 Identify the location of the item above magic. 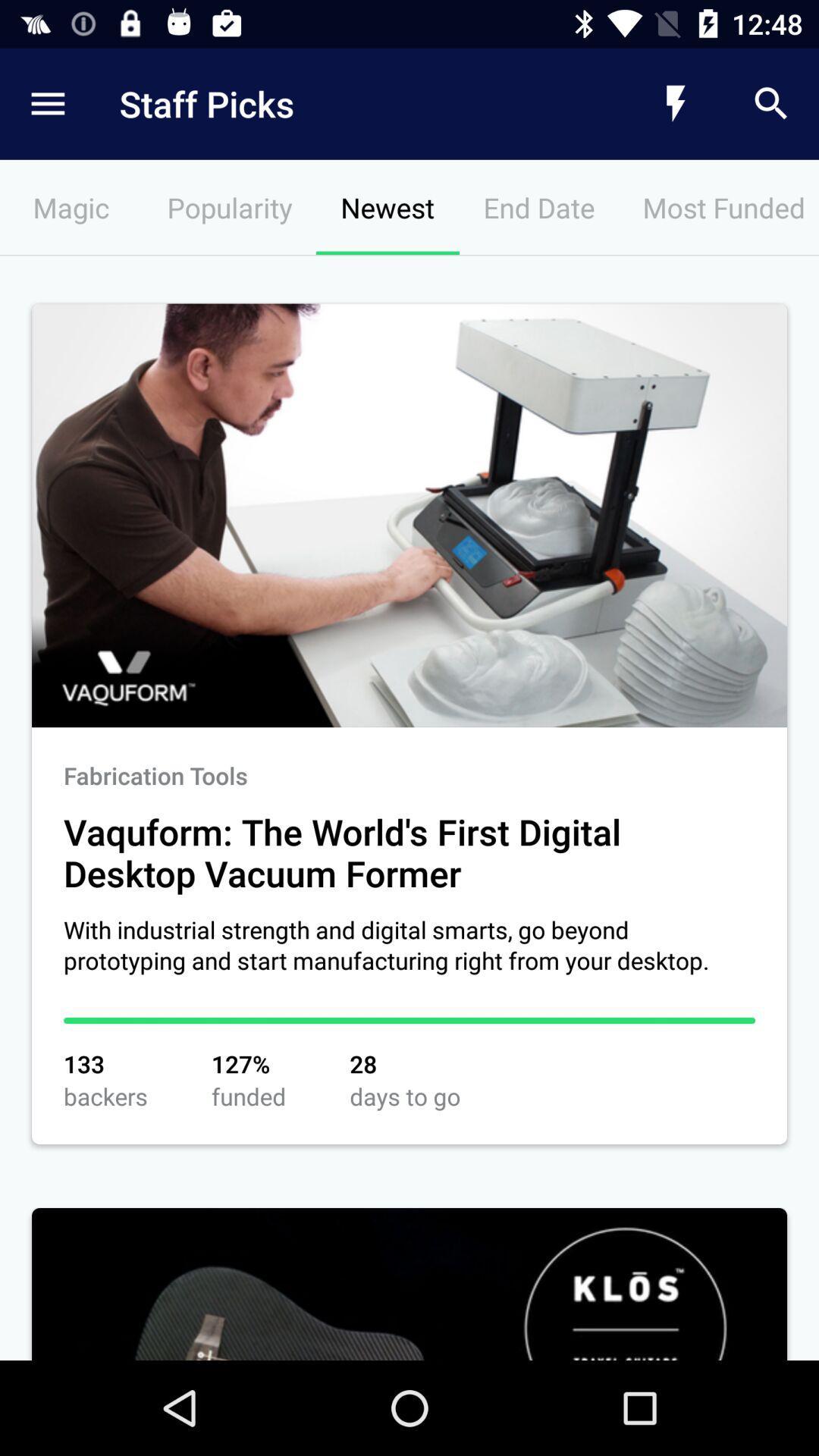
(345, 103).